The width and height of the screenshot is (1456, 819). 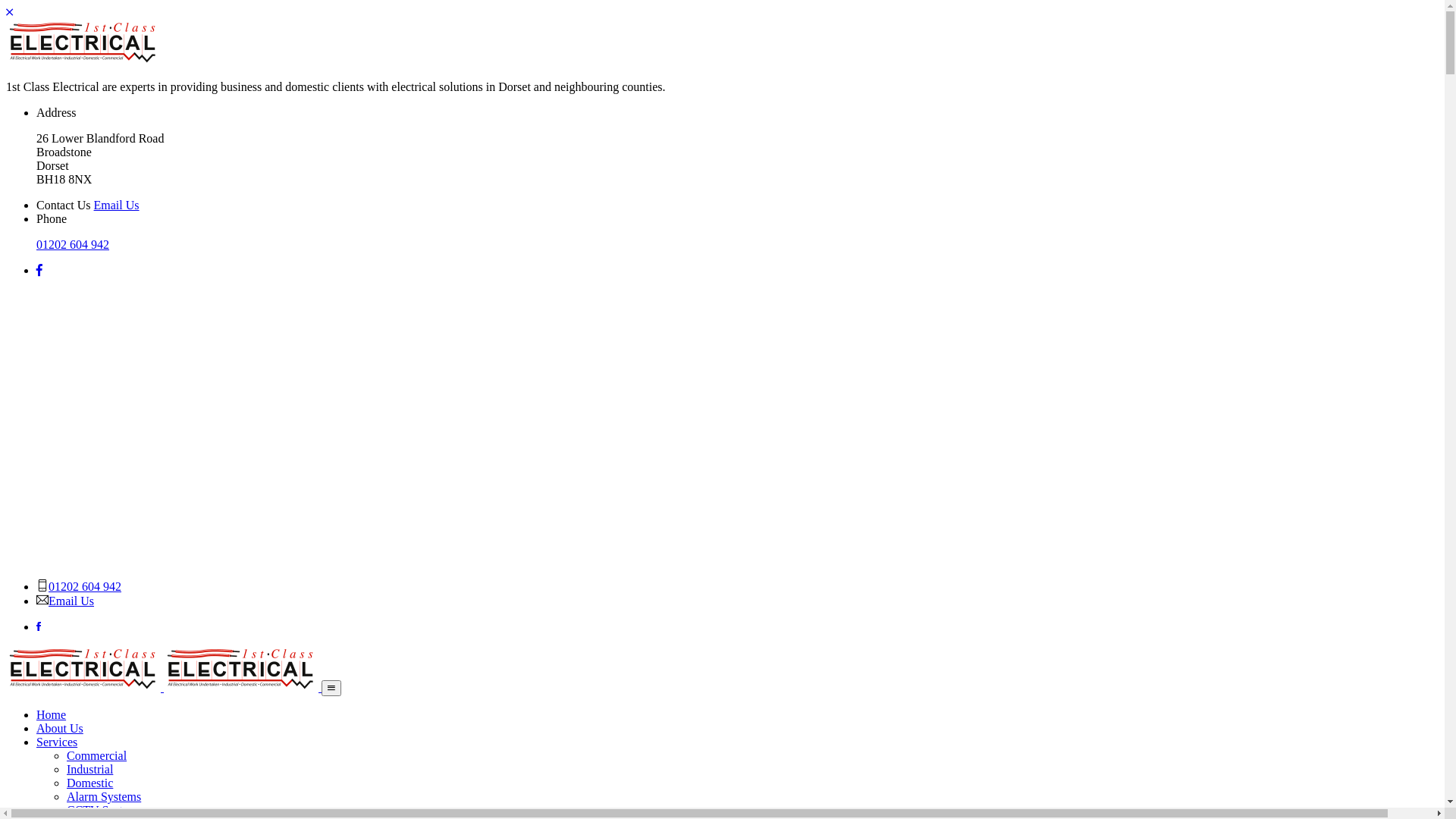 I want to click on 'Commercial', so click(x=96, y=755).